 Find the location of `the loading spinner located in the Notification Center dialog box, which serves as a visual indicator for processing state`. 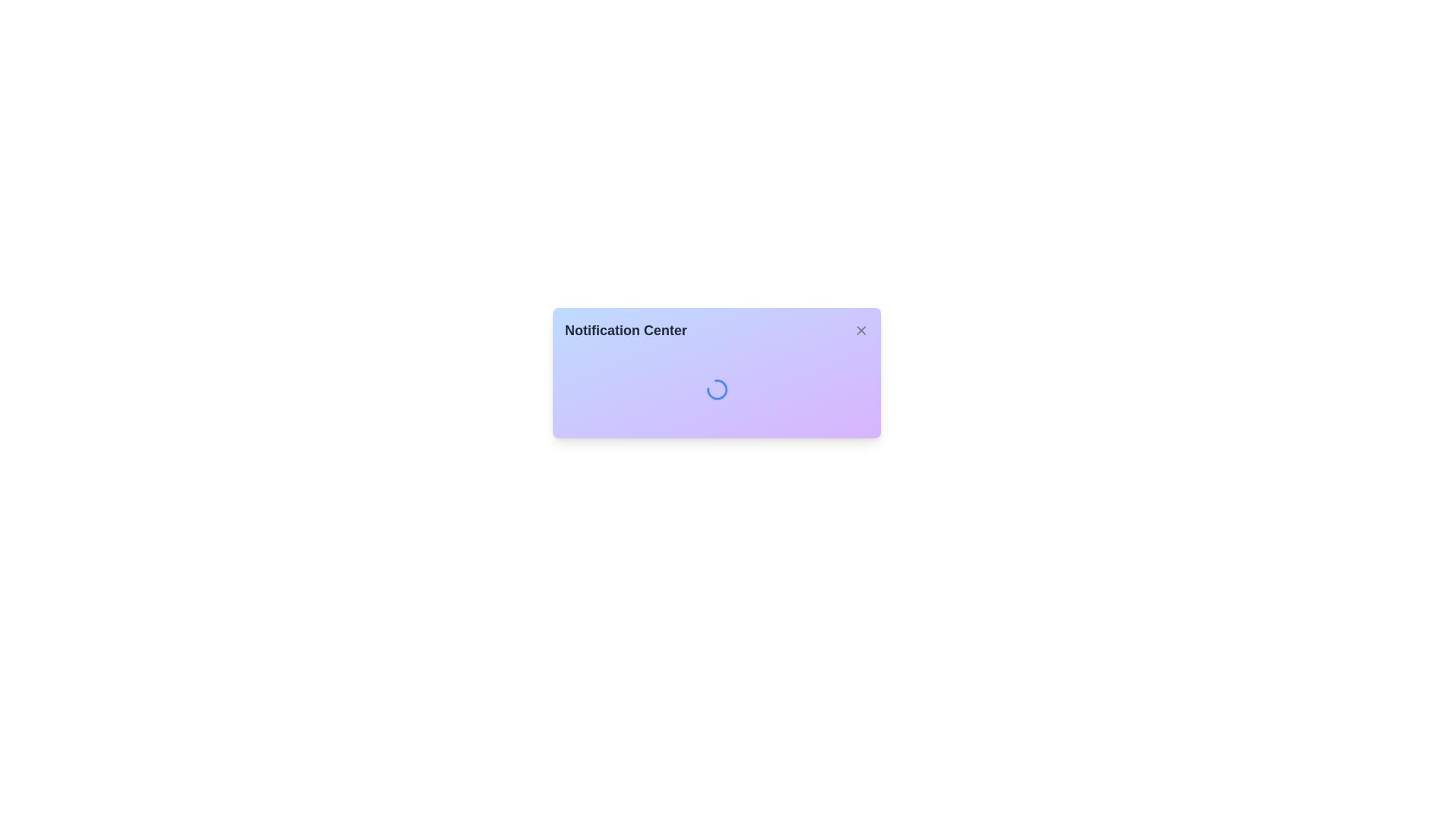

the loading spinner located in the Notification Center dialog box, which serves as a visual indicator for processing state is located at coordinates (716, 388).